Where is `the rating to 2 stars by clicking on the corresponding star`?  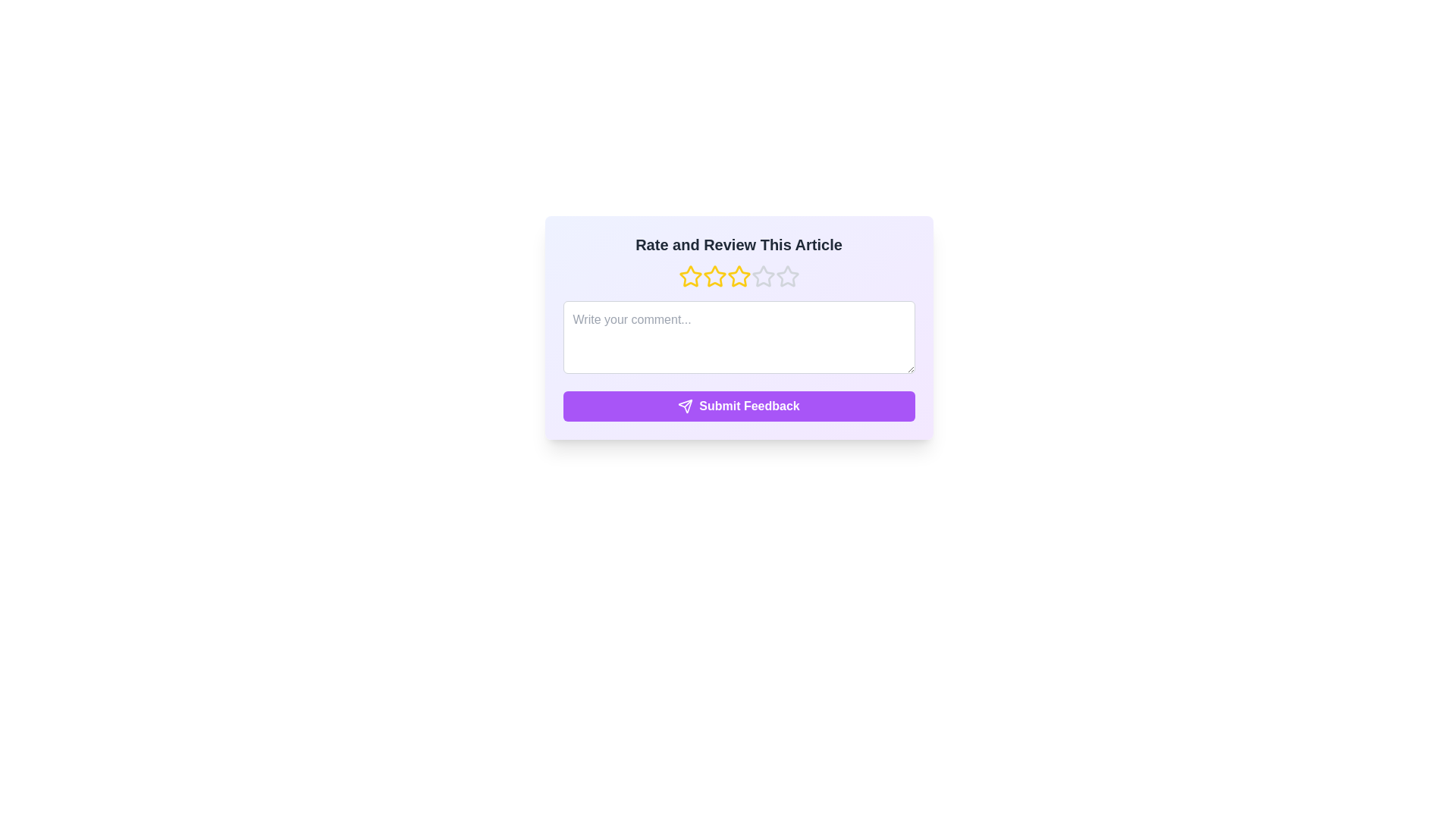
the rating to 2 stars by clicking on the corresponding star is located at coordinates (713, 277).